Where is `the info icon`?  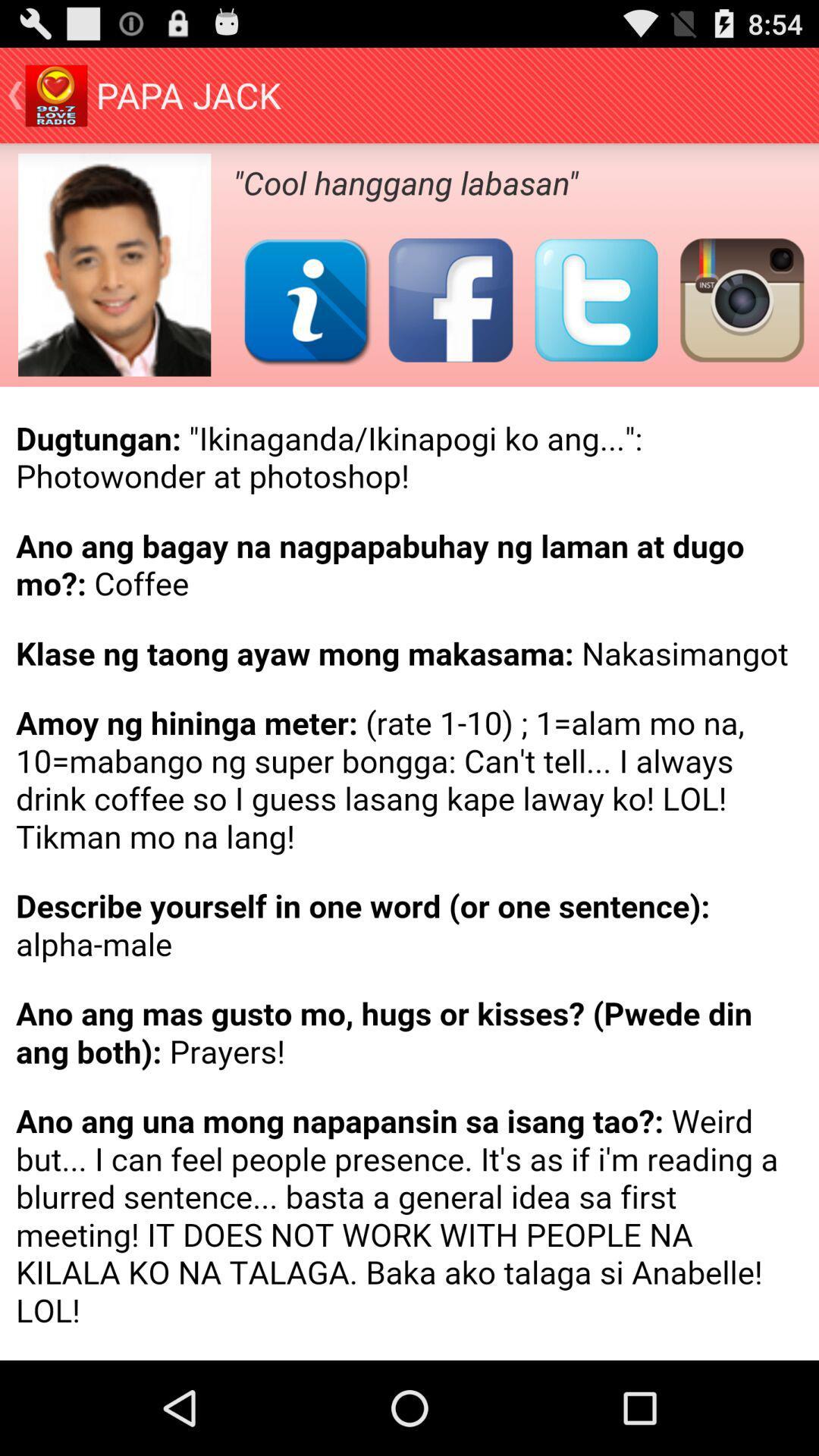
the info icon is located at coordinates (306, 320).